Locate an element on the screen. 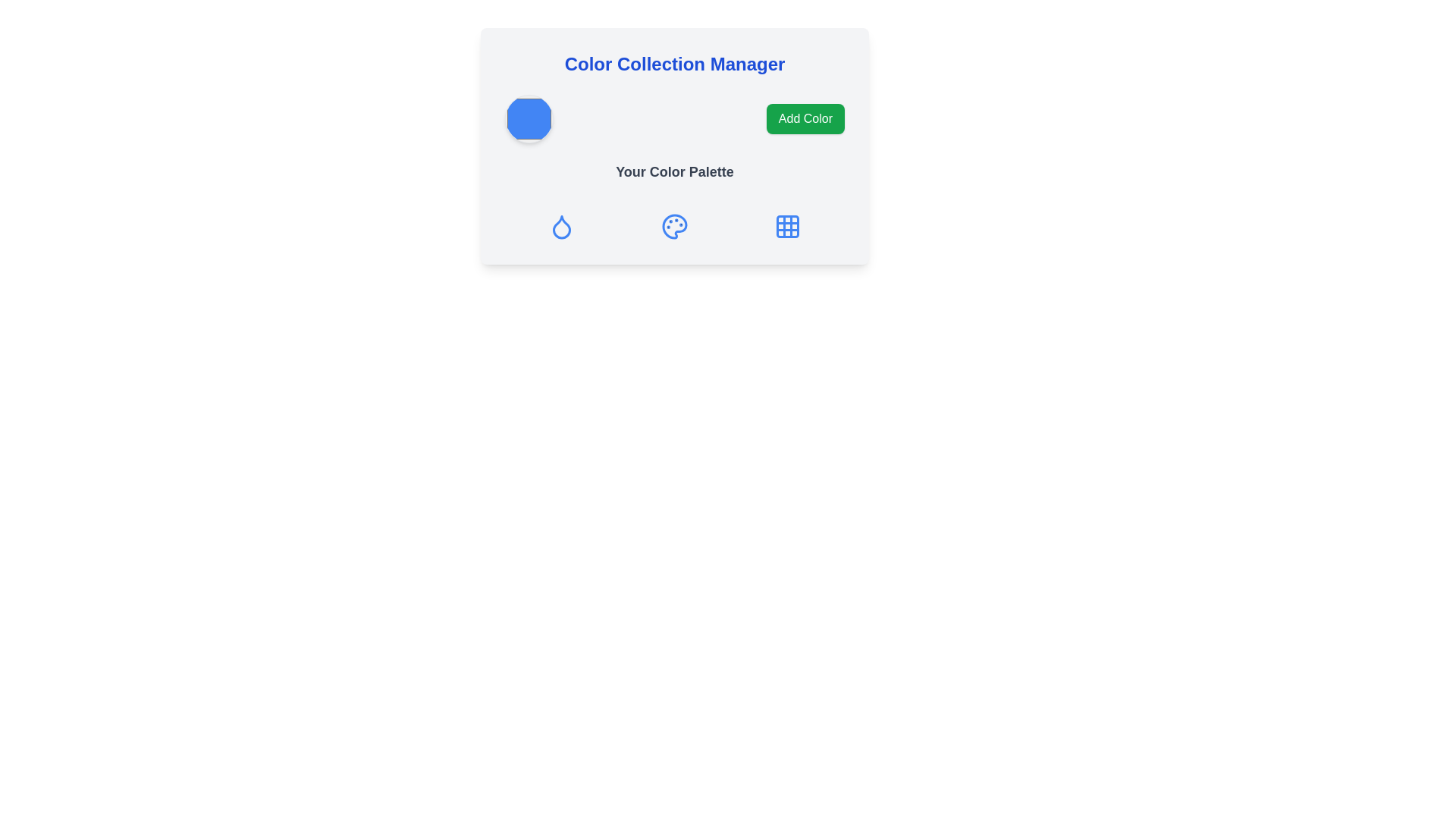  the color palette button, which is the second icon from the left in the horizontal sequence of icons, located between a droplet-shaped icon and a grid-shaped icon is located at coordinates (673, 227).